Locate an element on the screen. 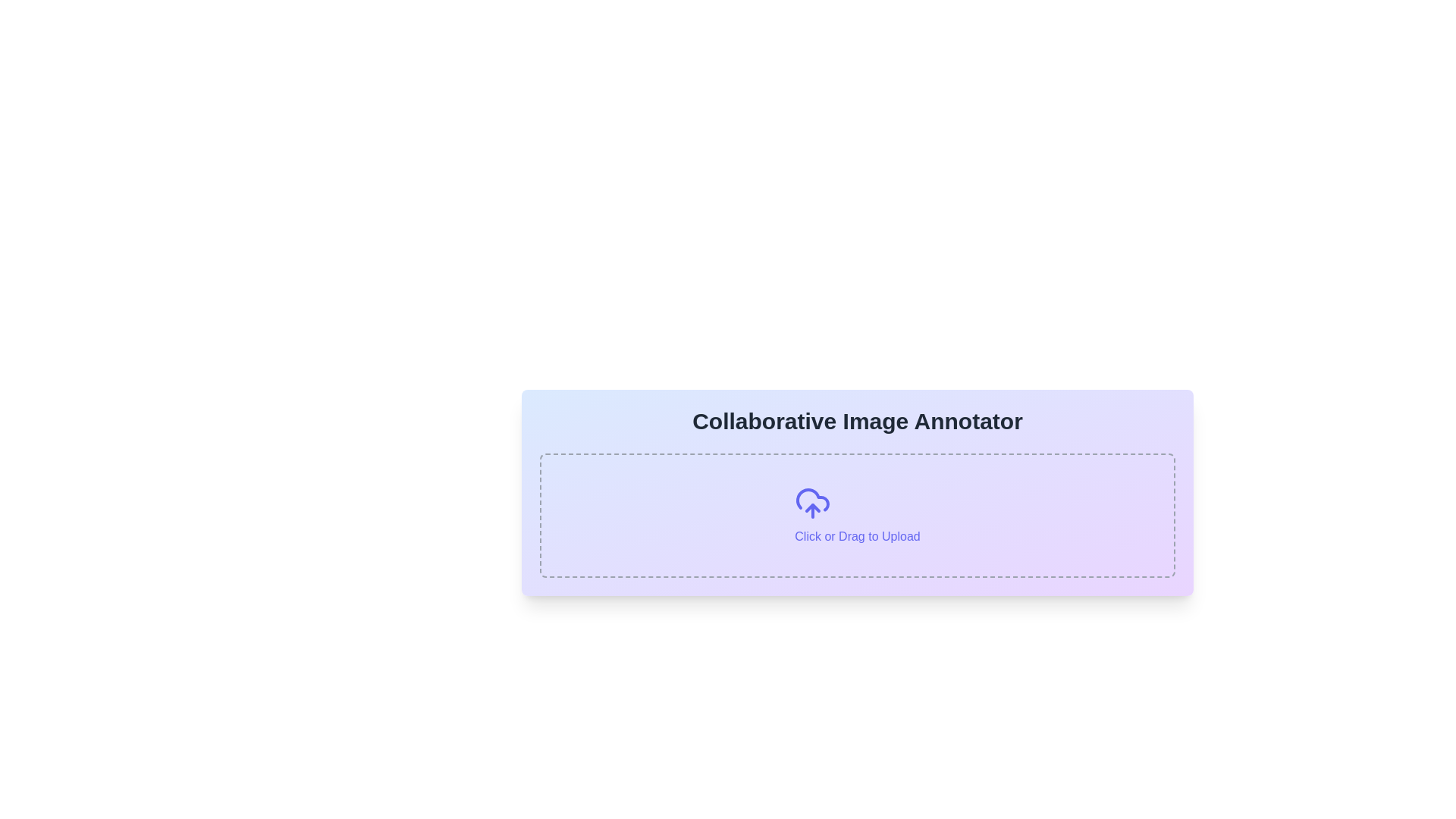 The width and height of the screenshot is (1456, 819). and drop files onto the interactive file upload area, which is a rectangular area with a dashed border, centered below the title 'Collaborative Image Annotator' is located at coordinates (858, 514).